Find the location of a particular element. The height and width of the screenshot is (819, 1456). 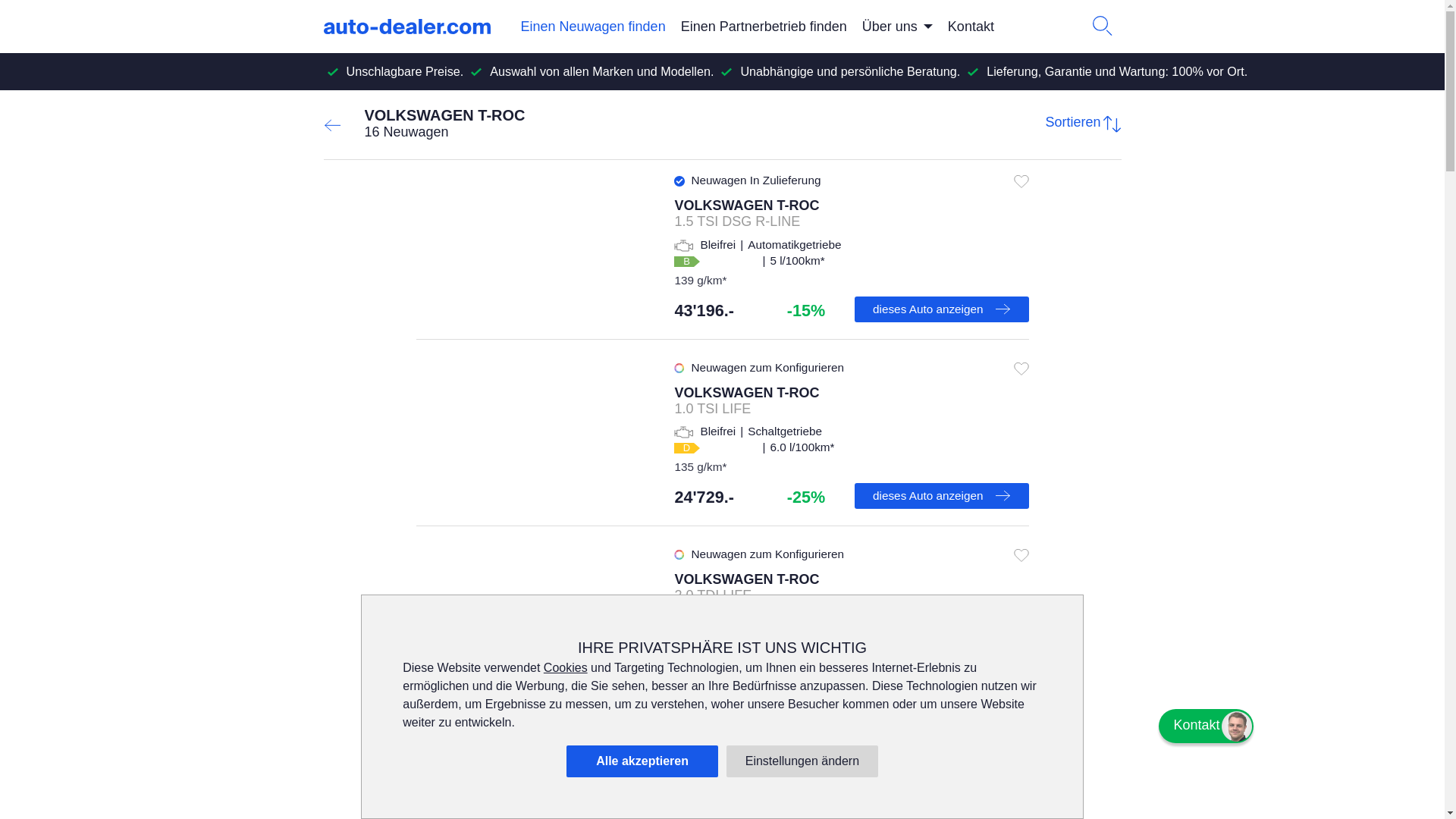

'Cookies' is located at coordinates (543, 667).